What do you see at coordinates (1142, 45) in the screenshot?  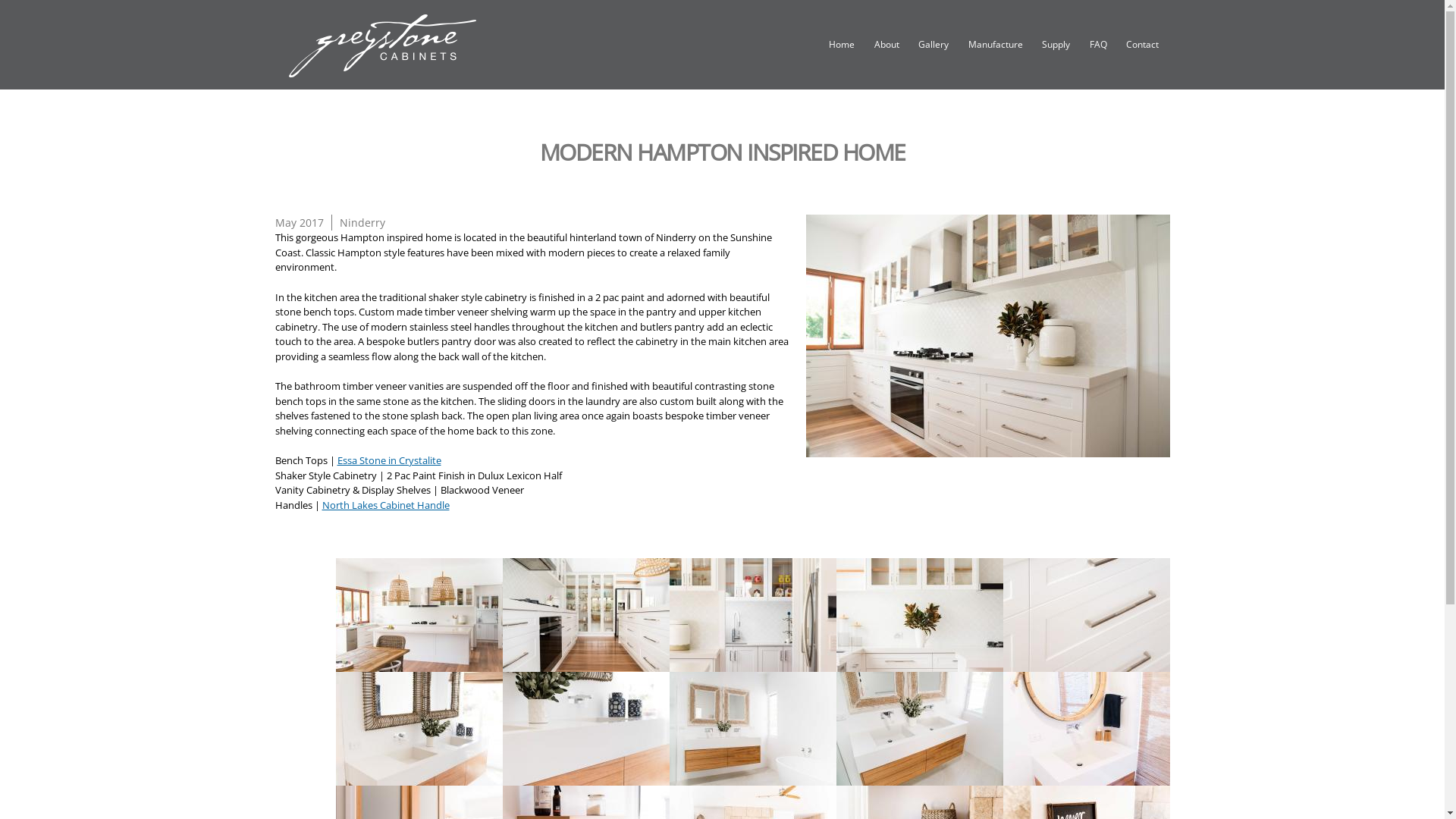 I see `'Contact'` at bounding box center [1142, 45].